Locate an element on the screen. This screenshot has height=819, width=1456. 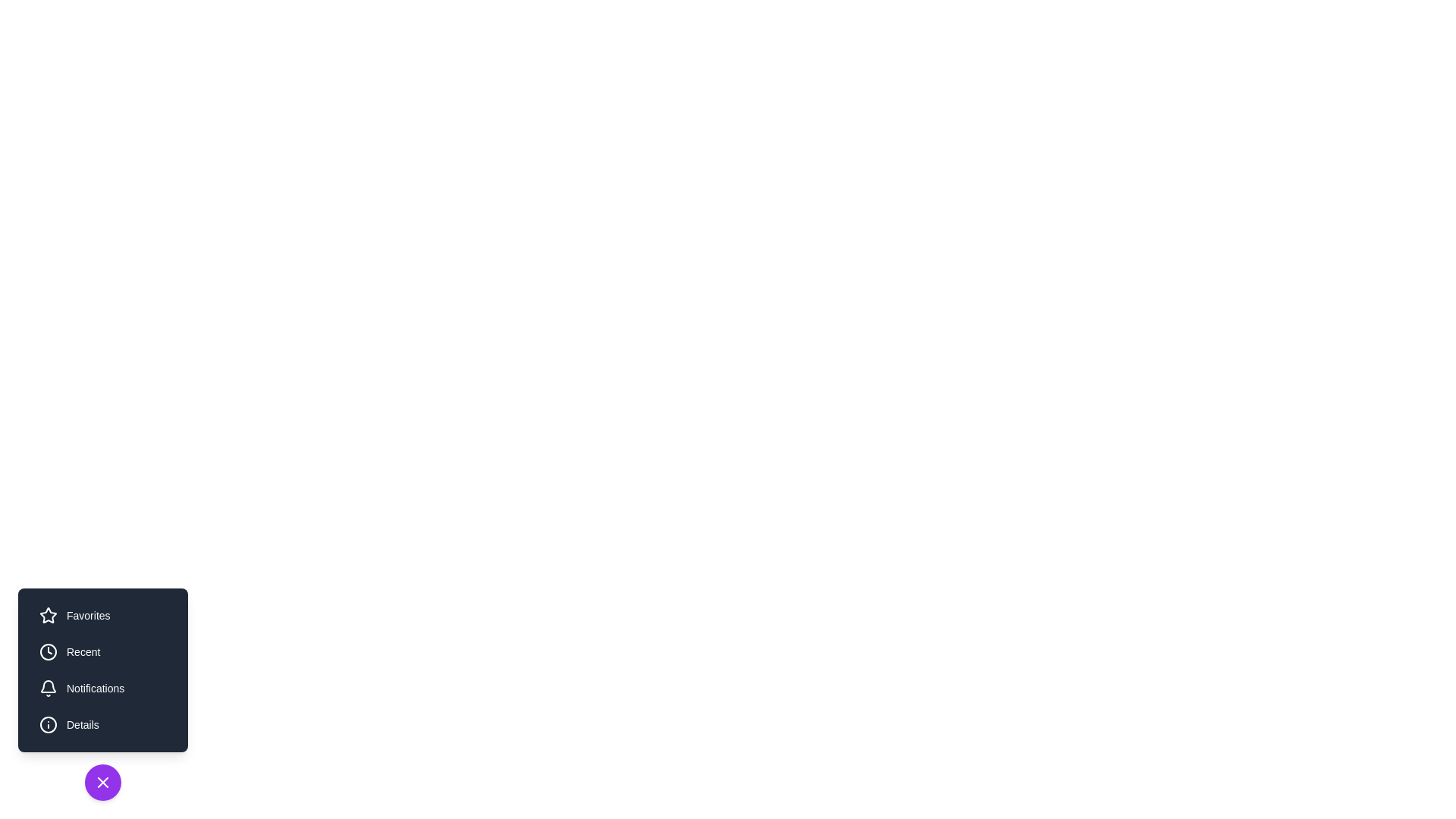
the Notifications button to trigger its action is located at coordinates (102, 688).